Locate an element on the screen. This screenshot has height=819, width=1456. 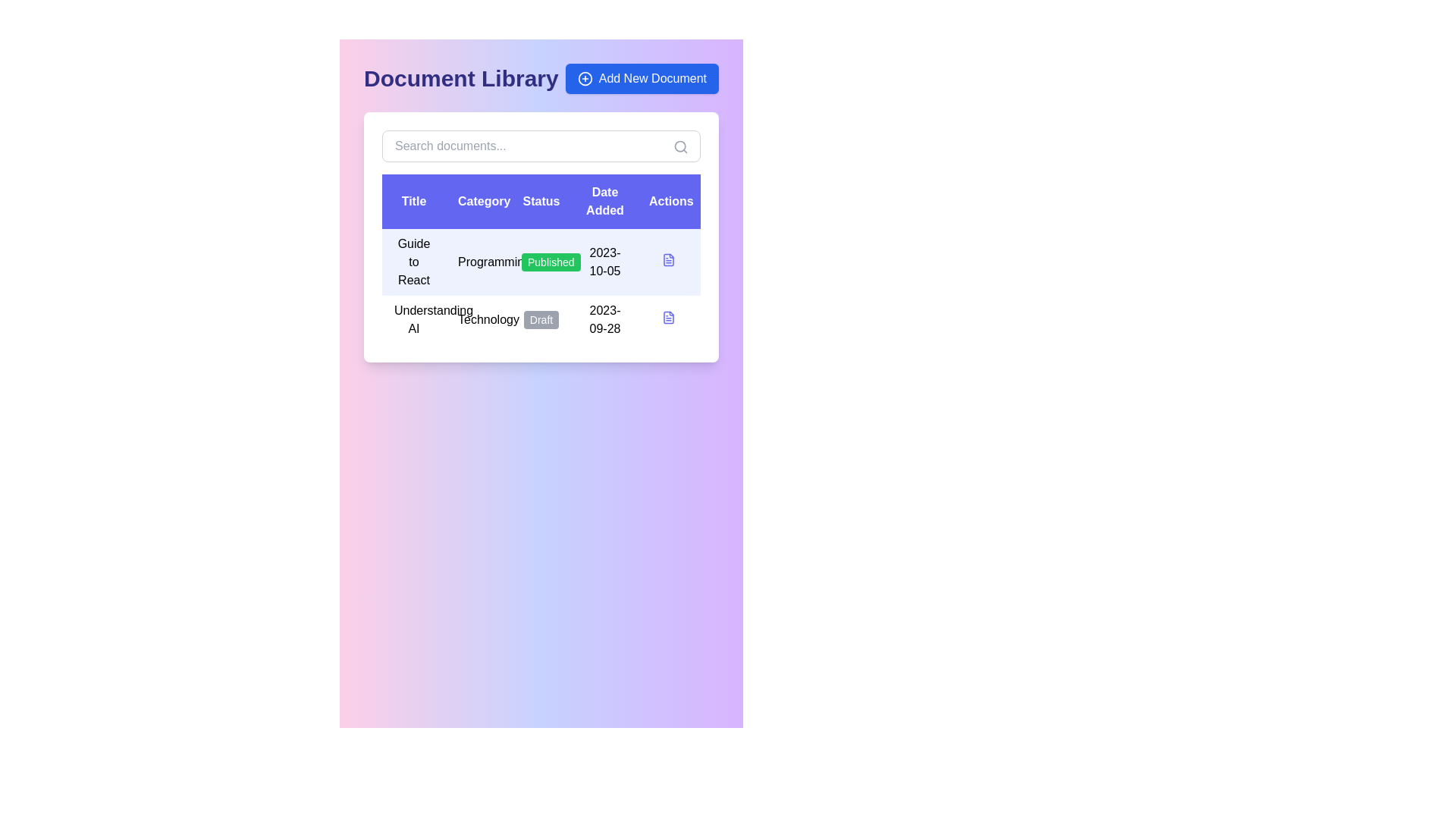
the text label displaying 'Programming' in the table under the 'Category' column, which is the second cell in the first row is located at coordinates (476, 262).